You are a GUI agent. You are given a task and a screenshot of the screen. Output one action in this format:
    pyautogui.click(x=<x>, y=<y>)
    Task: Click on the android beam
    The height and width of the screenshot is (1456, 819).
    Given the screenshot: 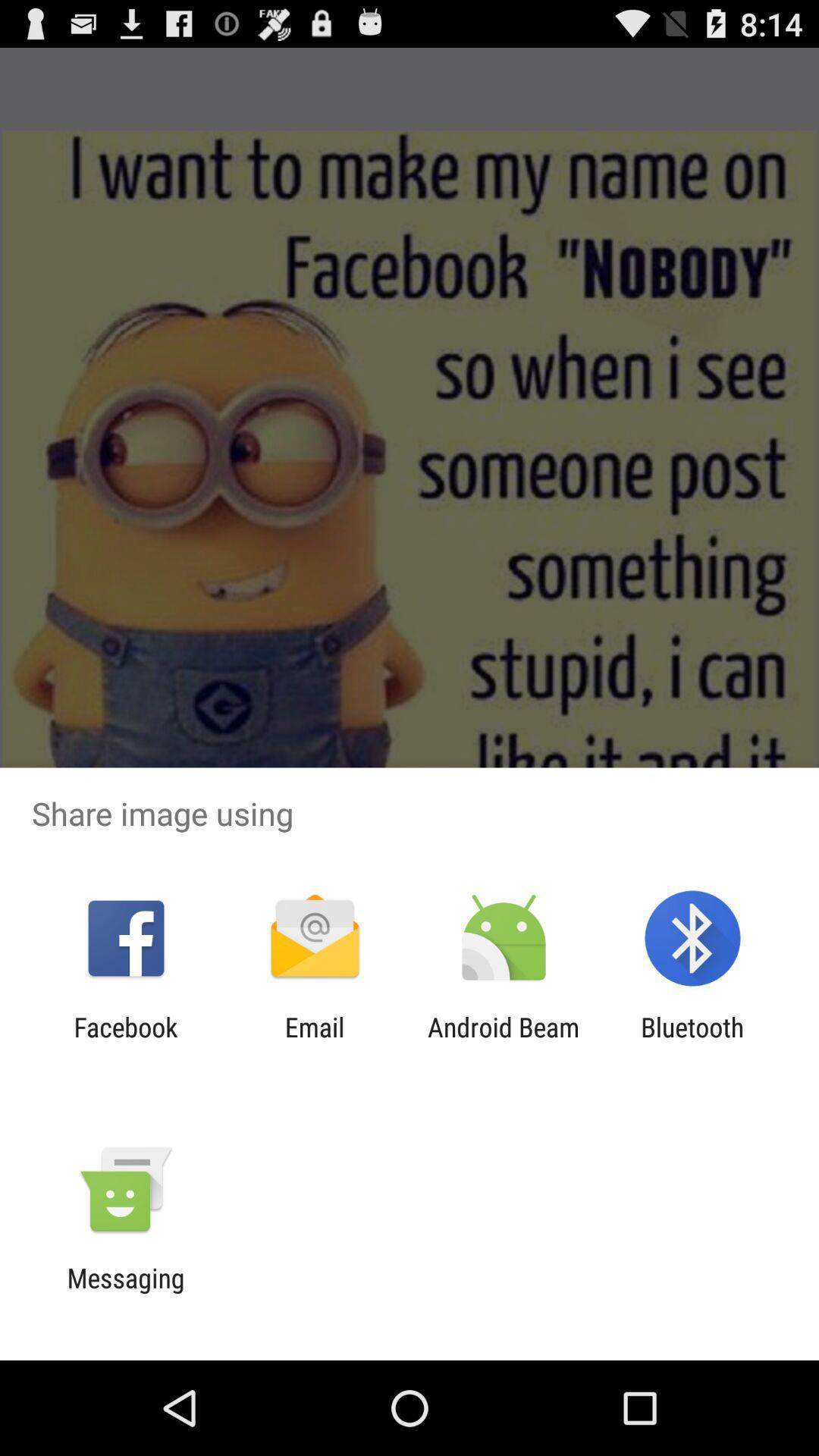 What is the action you would take?
    pyautogui.click(x=504, y=1042)
    